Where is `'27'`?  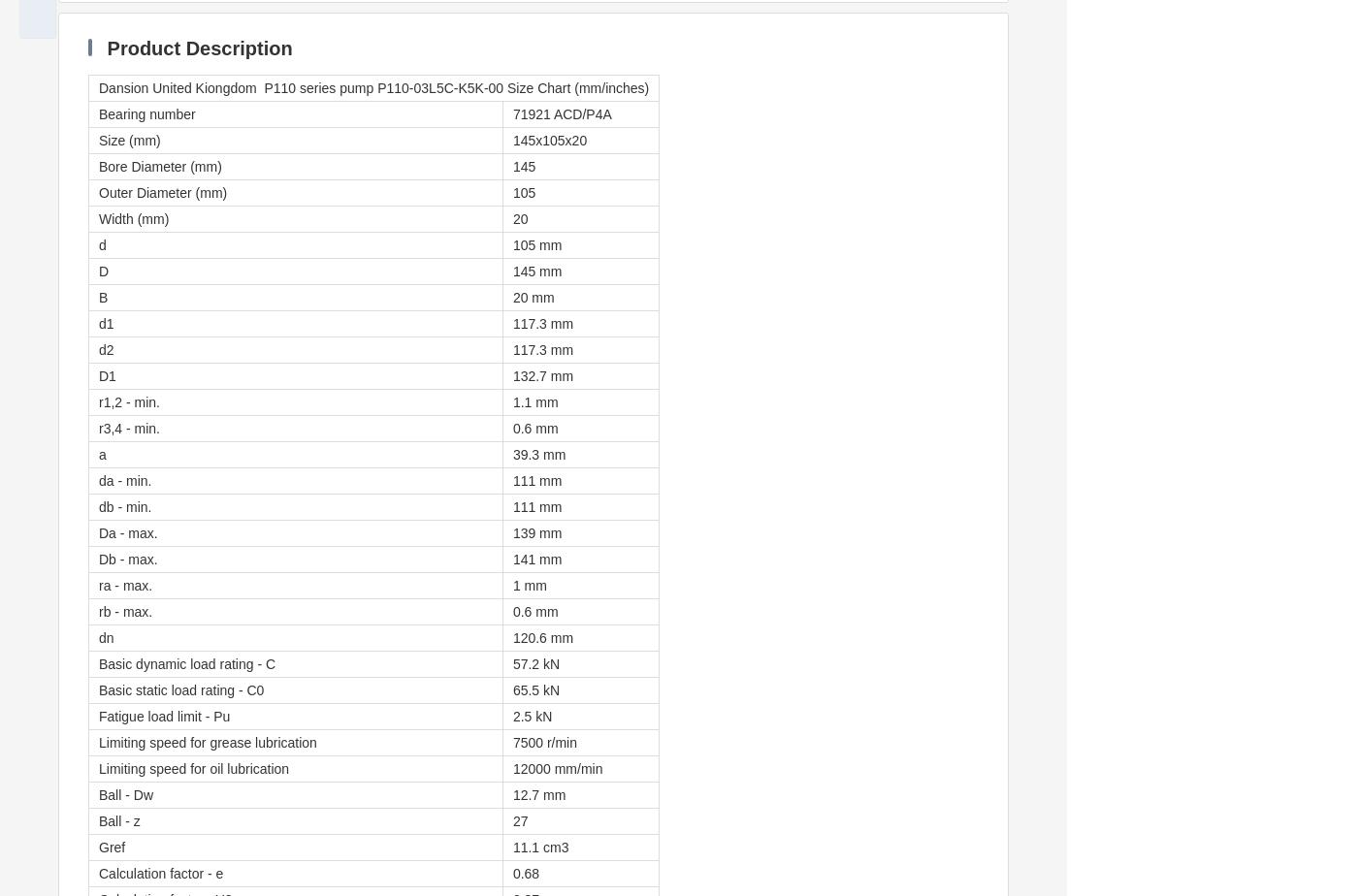 '27' is located at coordinates (511, 821).